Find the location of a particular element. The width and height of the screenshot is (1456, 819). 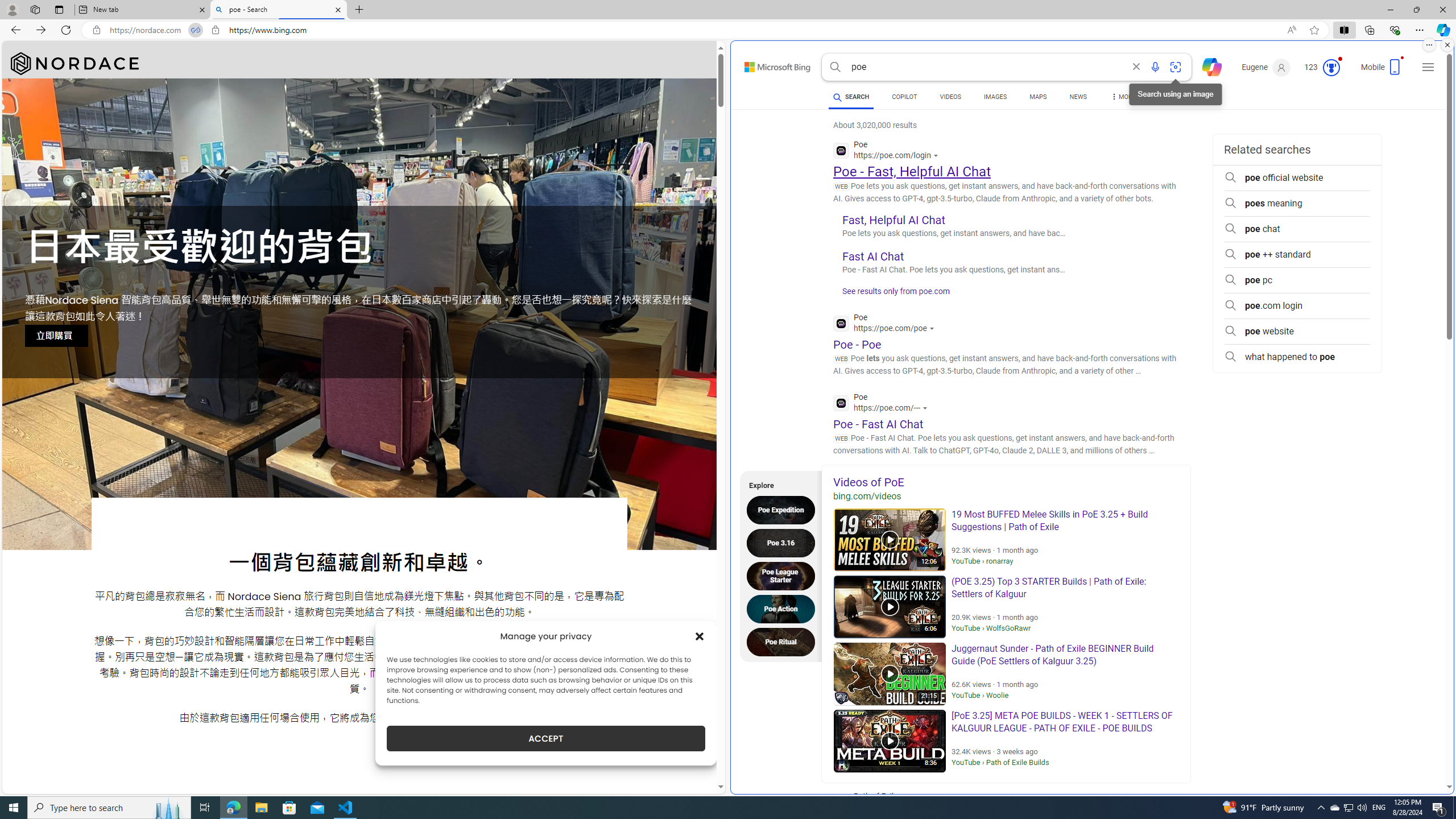

'MAPS' is located at coordinates (1038, 98).